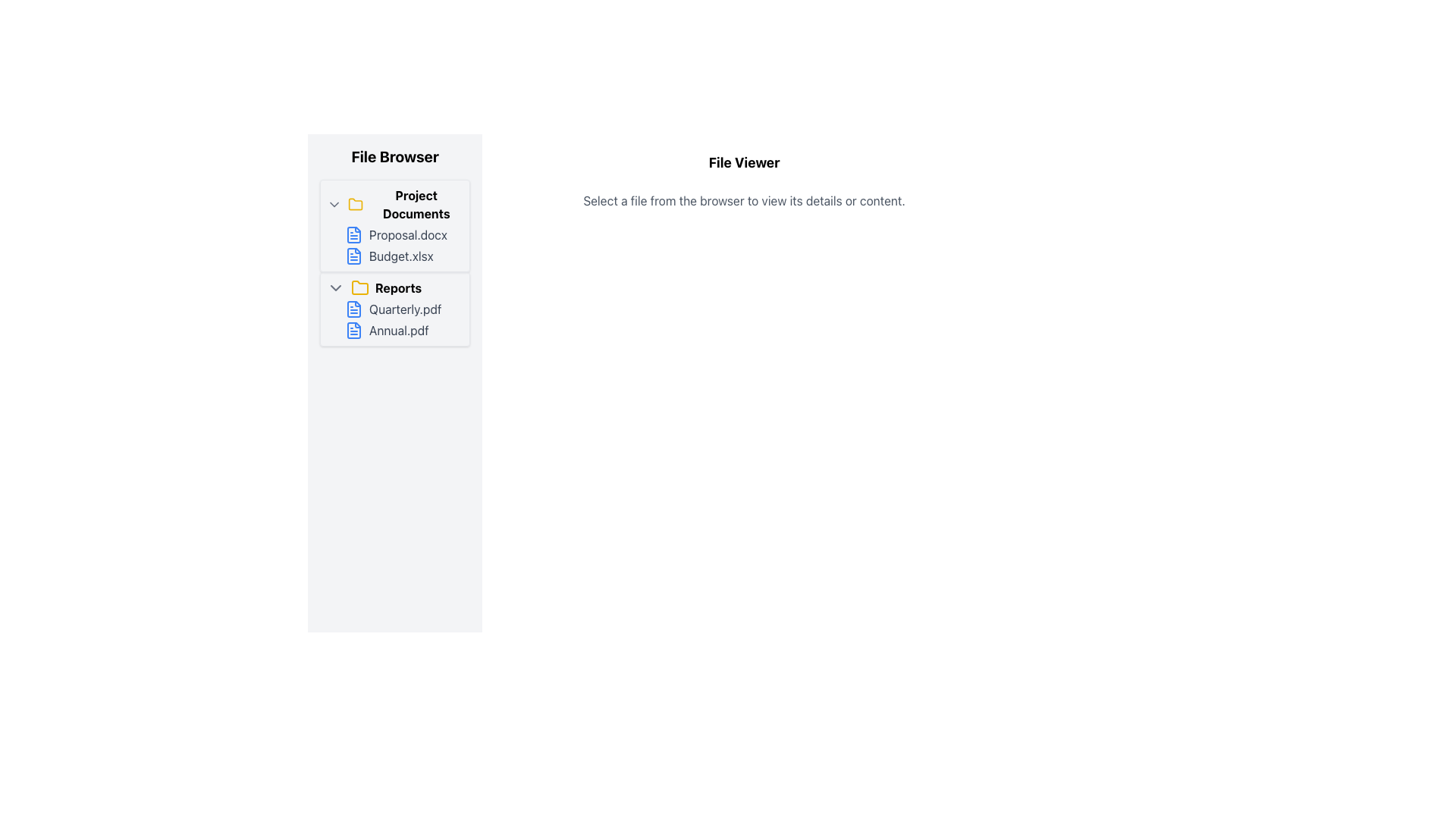 Image resolution: width=1456 pixels, height=819 pixels. Describe the element at coordinates (744, 163) in the screenshot. I see `the header text label that serves as a title for the panel indicating the main function or purpose of the section` at that location.